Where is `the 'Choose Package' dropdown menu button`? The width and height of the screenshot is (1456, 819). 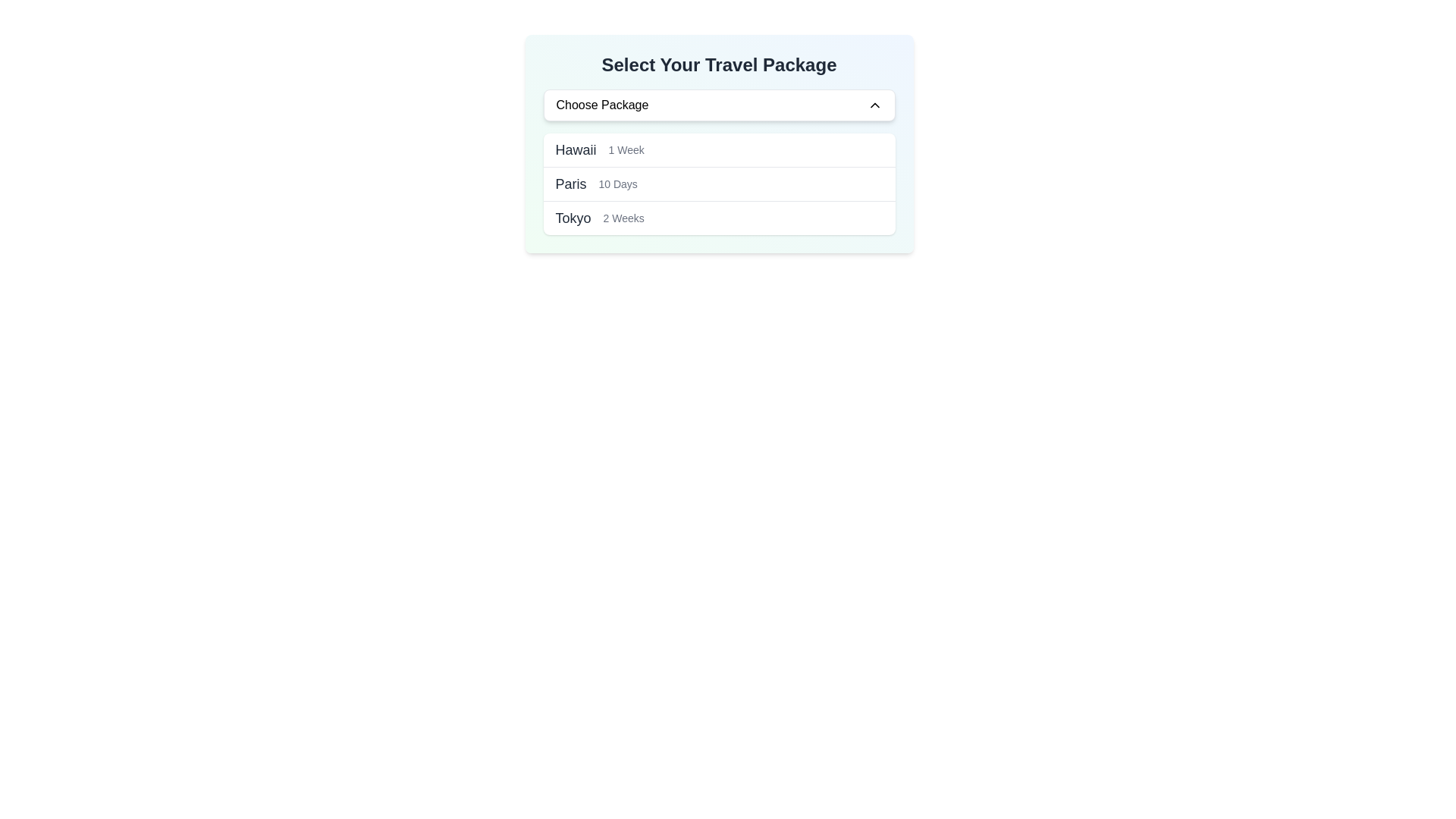
the 'Choose Package' dropdown menu button is located at coordinates (718, 104).